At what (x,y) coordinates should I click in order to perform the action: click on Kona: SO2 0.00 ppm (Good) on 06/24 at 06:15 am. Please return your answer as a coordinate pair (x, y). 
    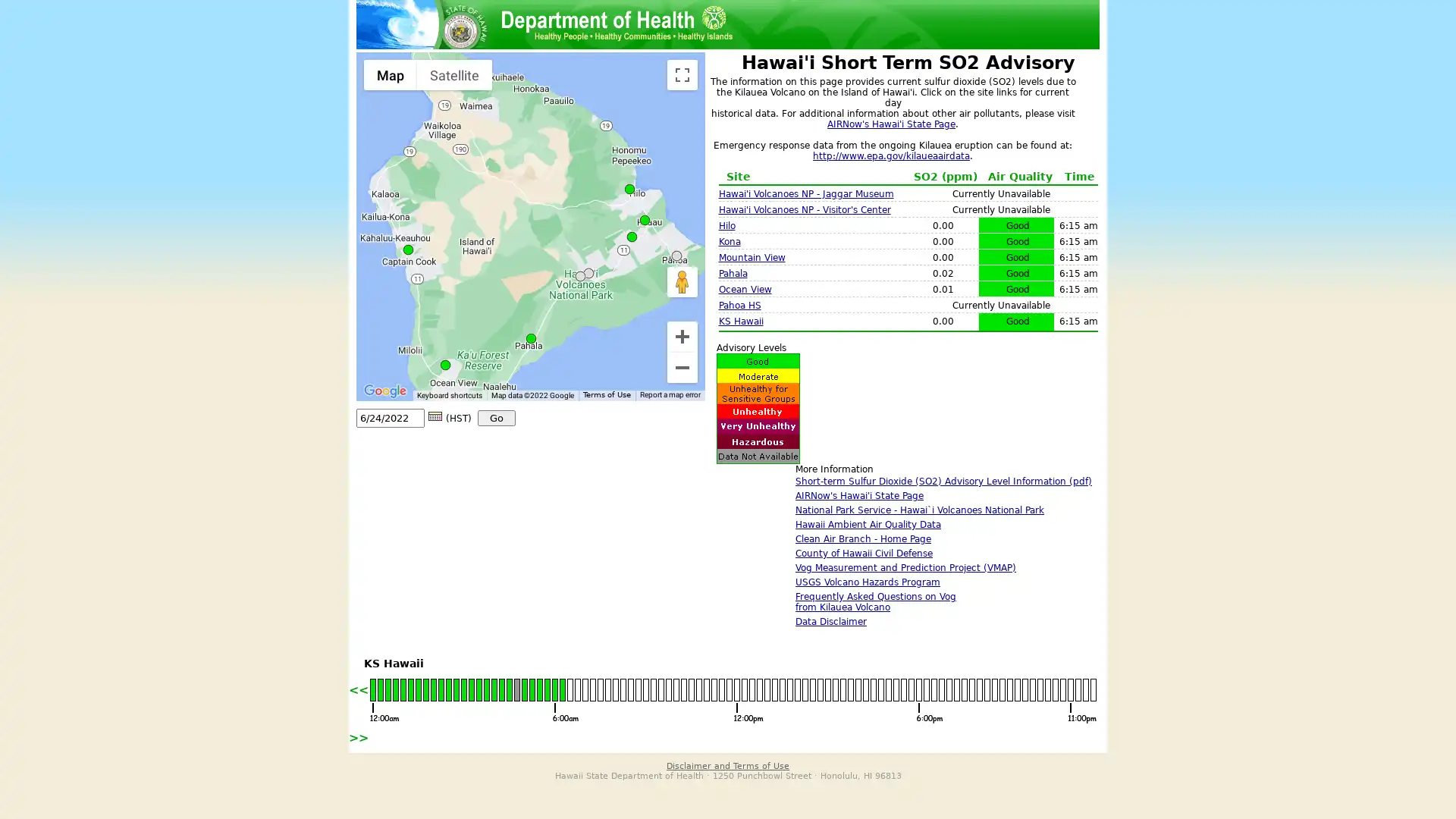
    Looking at the image, I should click on (408, 249).